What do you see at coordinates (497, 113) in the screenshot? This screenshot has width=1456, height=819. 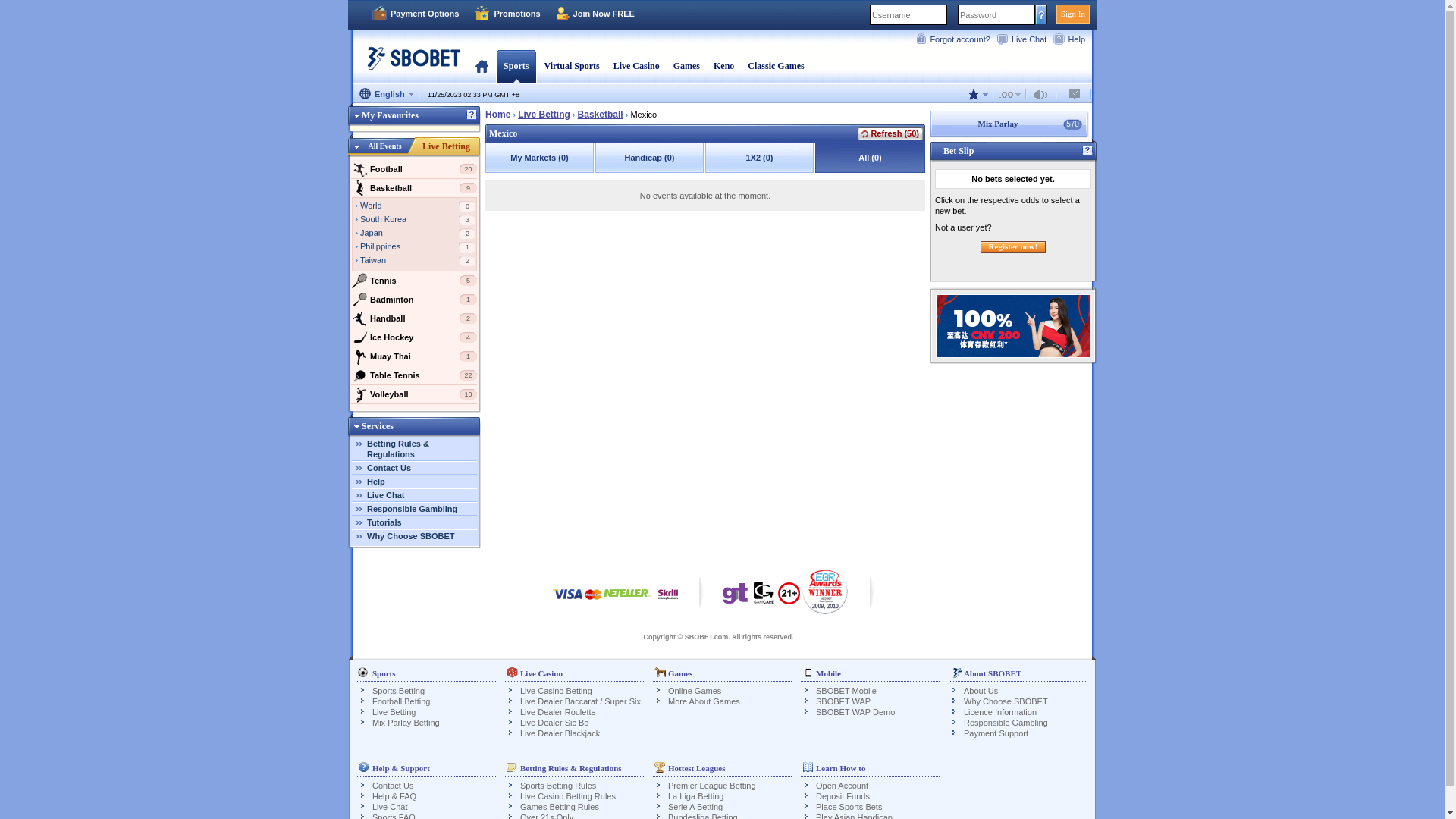 I see `'Home'` at bounding box center [497, 113].